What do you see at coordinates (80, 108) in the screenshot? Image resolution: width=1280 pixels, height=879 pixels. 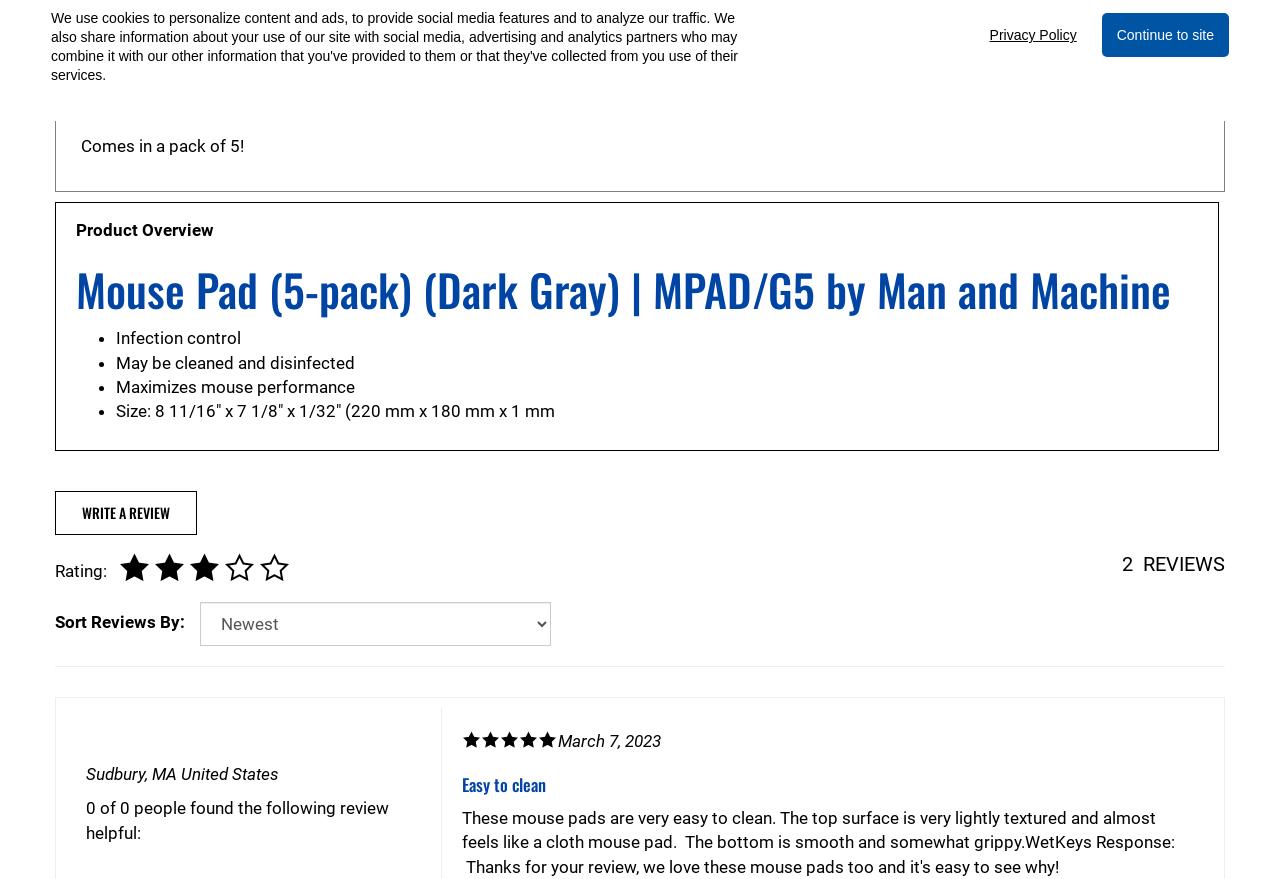 I see `'Can be cleaned, disinfected or sterilized in autoclave (lowest setting)'` at bounding box center [80, 108].